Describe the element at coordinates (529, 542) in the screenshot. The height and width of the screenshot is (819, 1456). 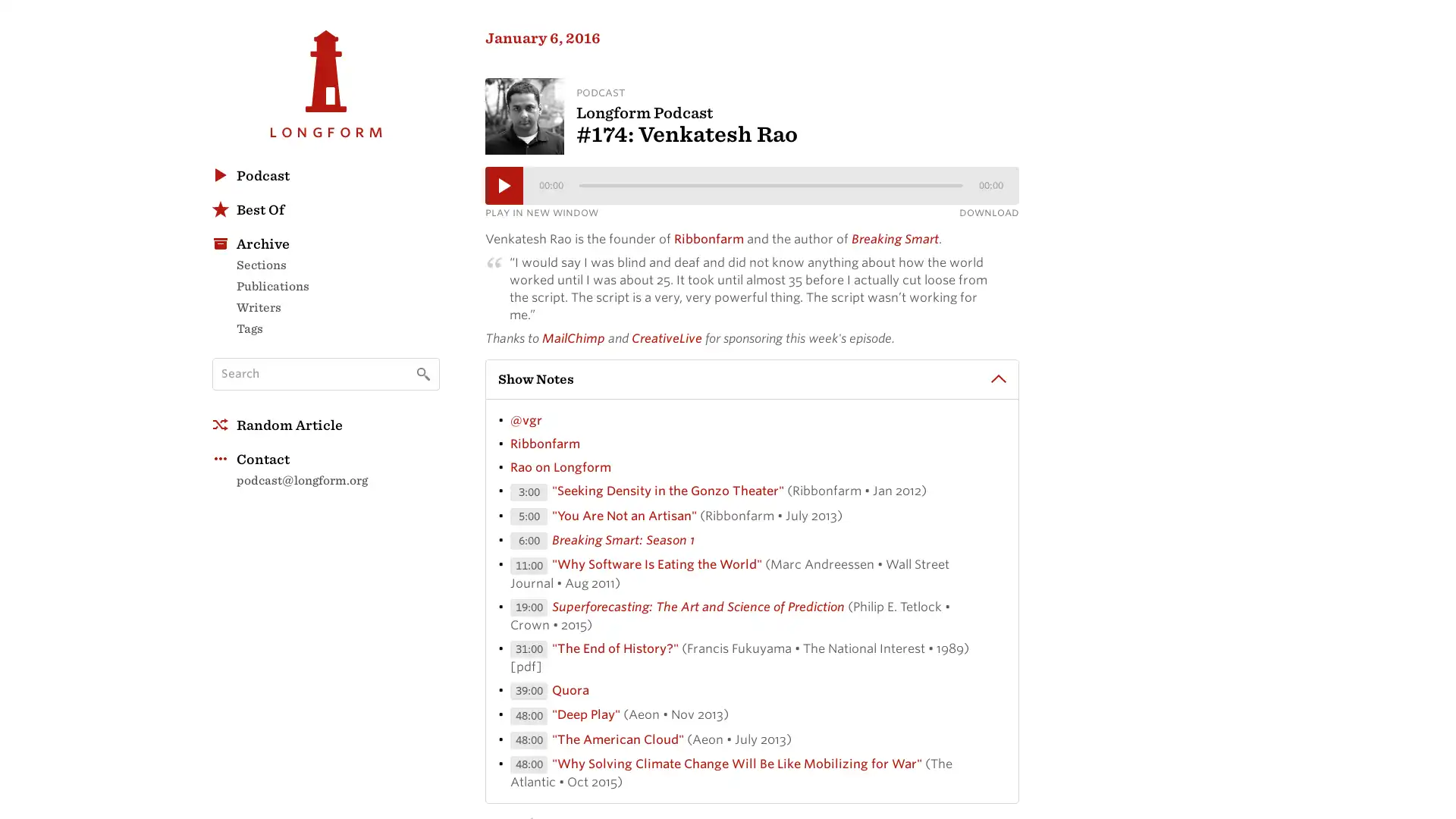
I see `6:00` at that location.